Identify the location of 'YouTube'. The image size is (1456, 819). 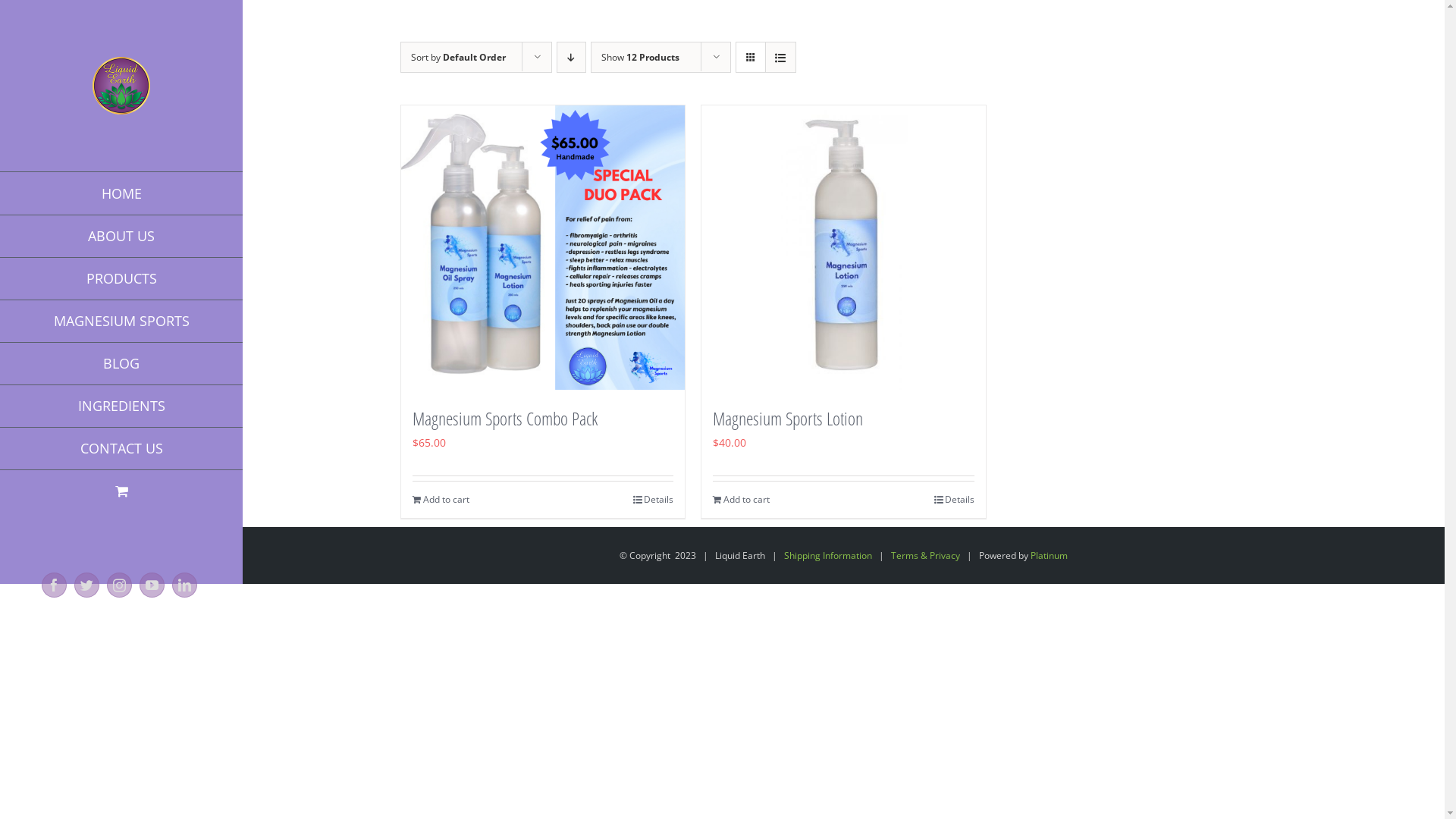
(152, 584).